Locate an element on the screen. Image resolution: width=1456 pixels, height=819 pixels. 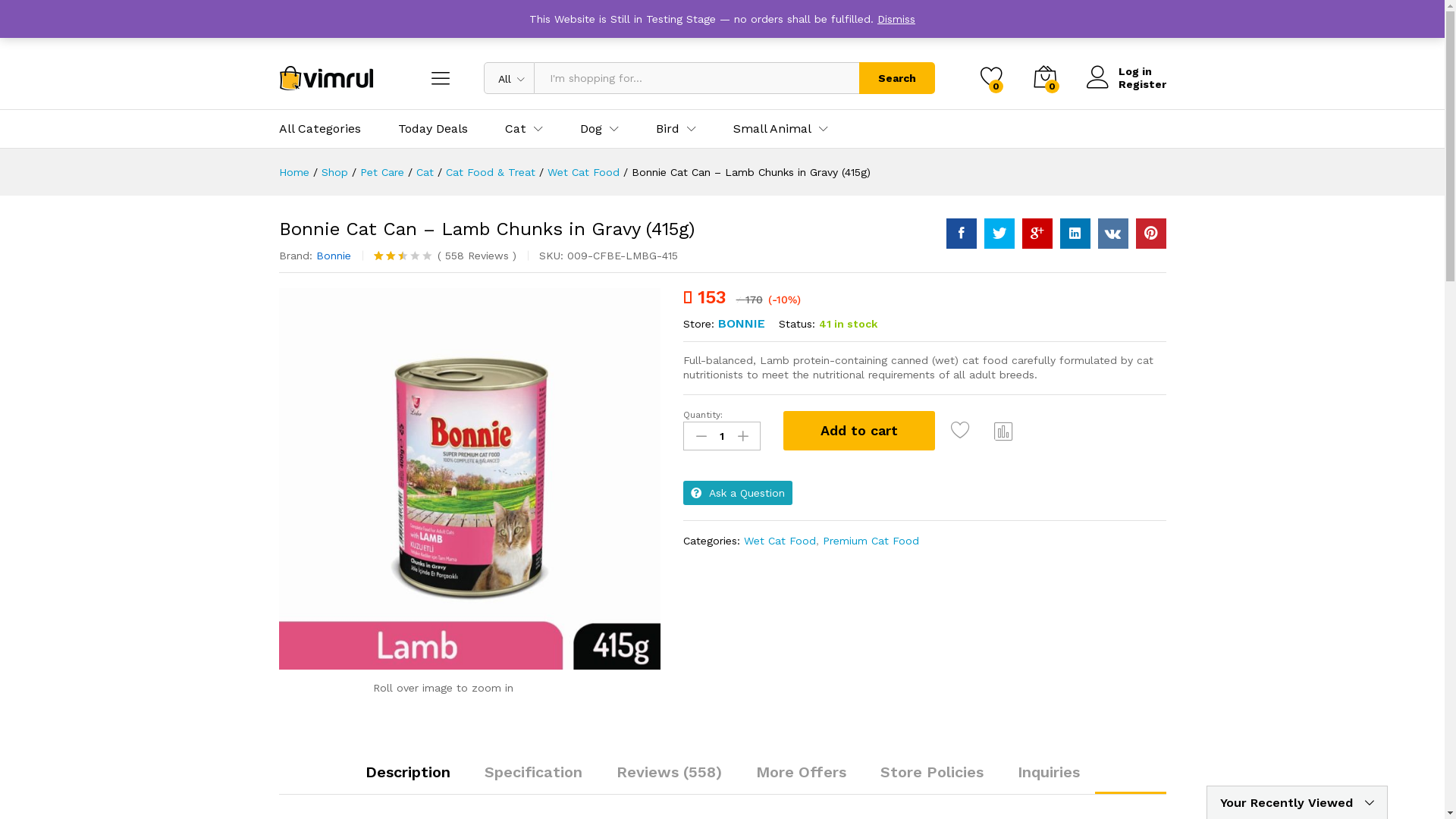
'Add to cart' is located at coordinates (858, 430).